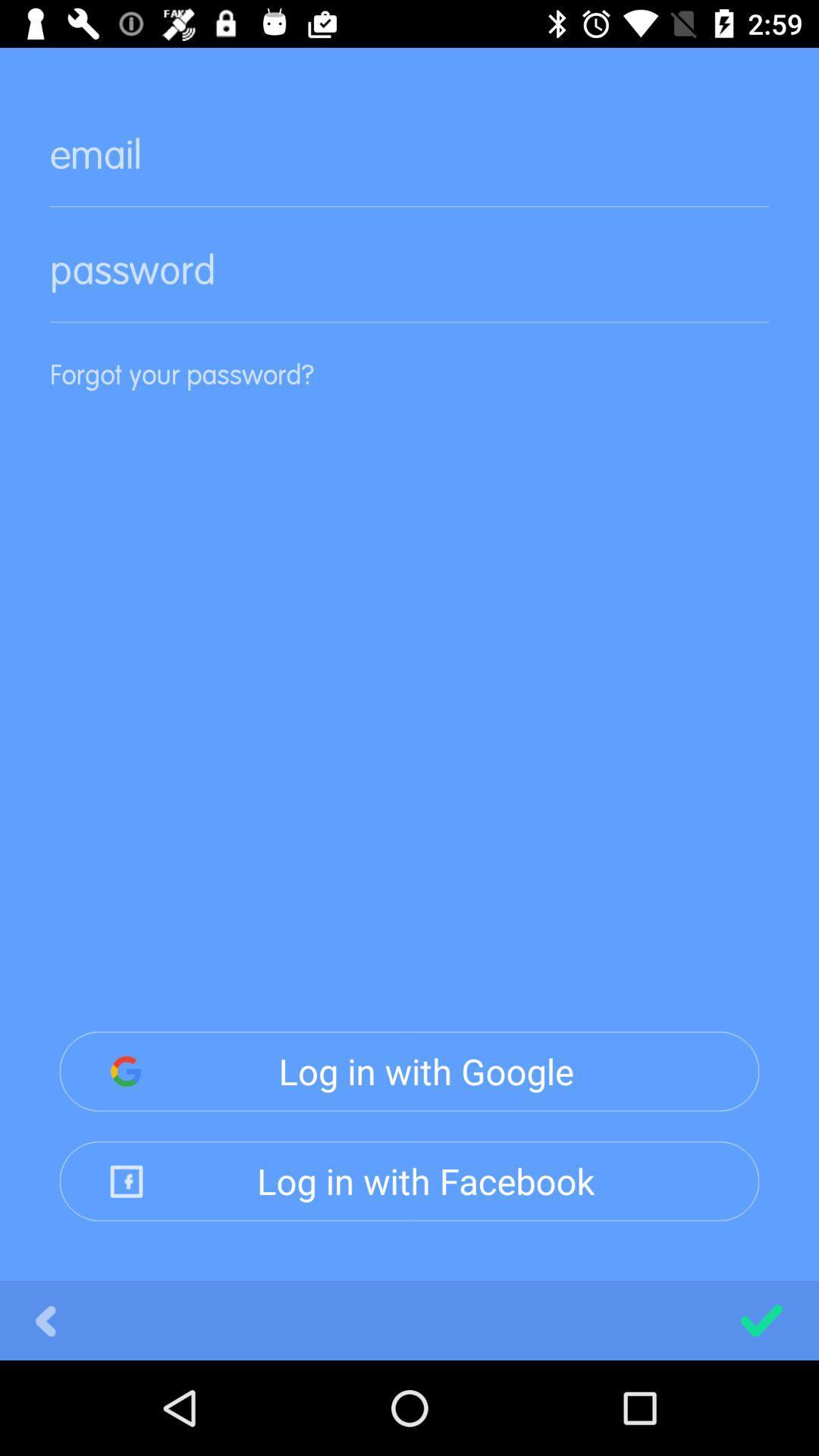  I want to click on box for email, so click(409, 167).